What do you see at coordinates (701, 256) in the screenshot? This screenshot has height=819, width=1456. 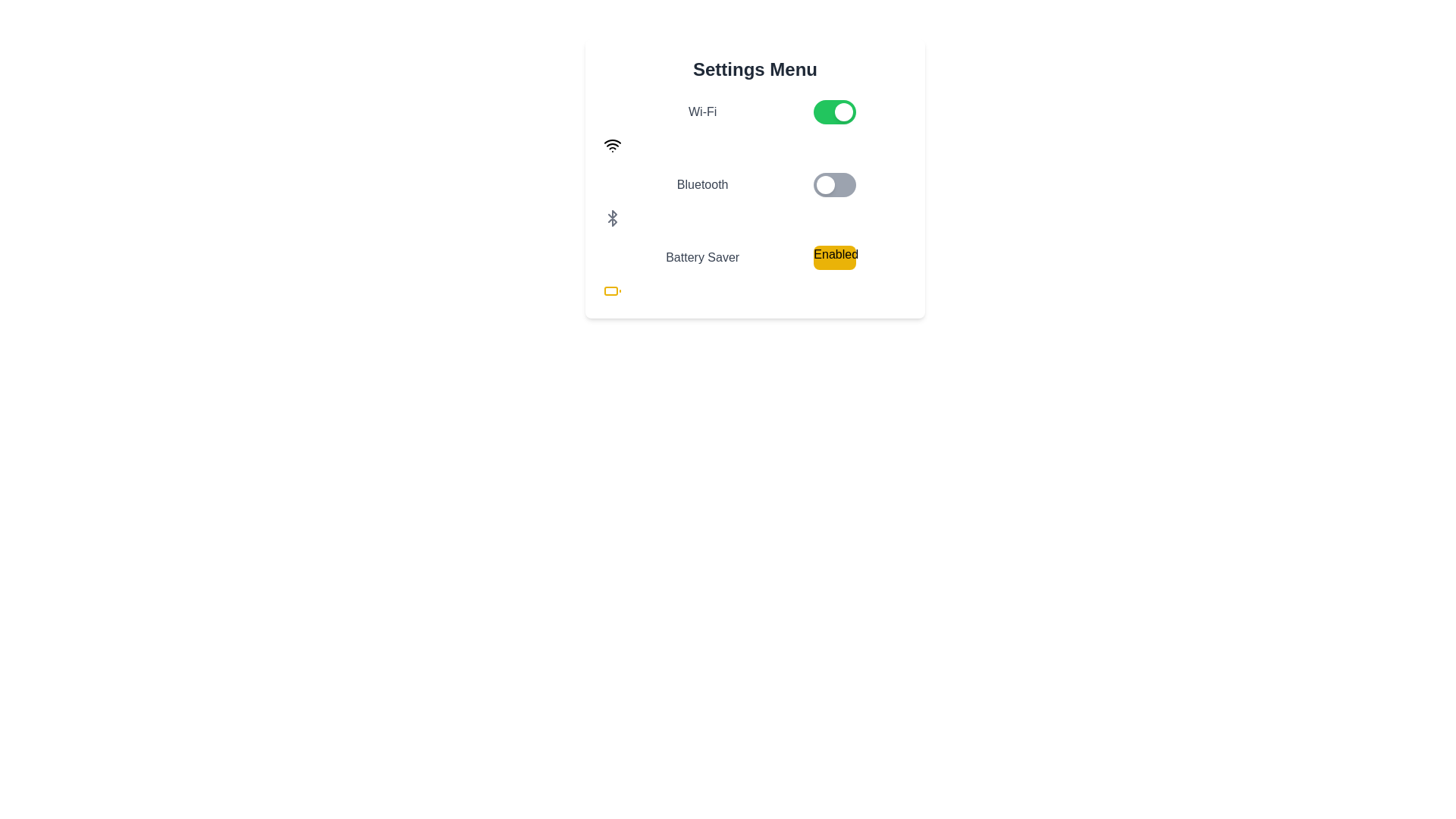 I see `the 'Battery Saver' label, which is a textual label in a darker gray color, located in the third row of the settings options below the Bluetooth toggle` at bounding box center [701, 256].